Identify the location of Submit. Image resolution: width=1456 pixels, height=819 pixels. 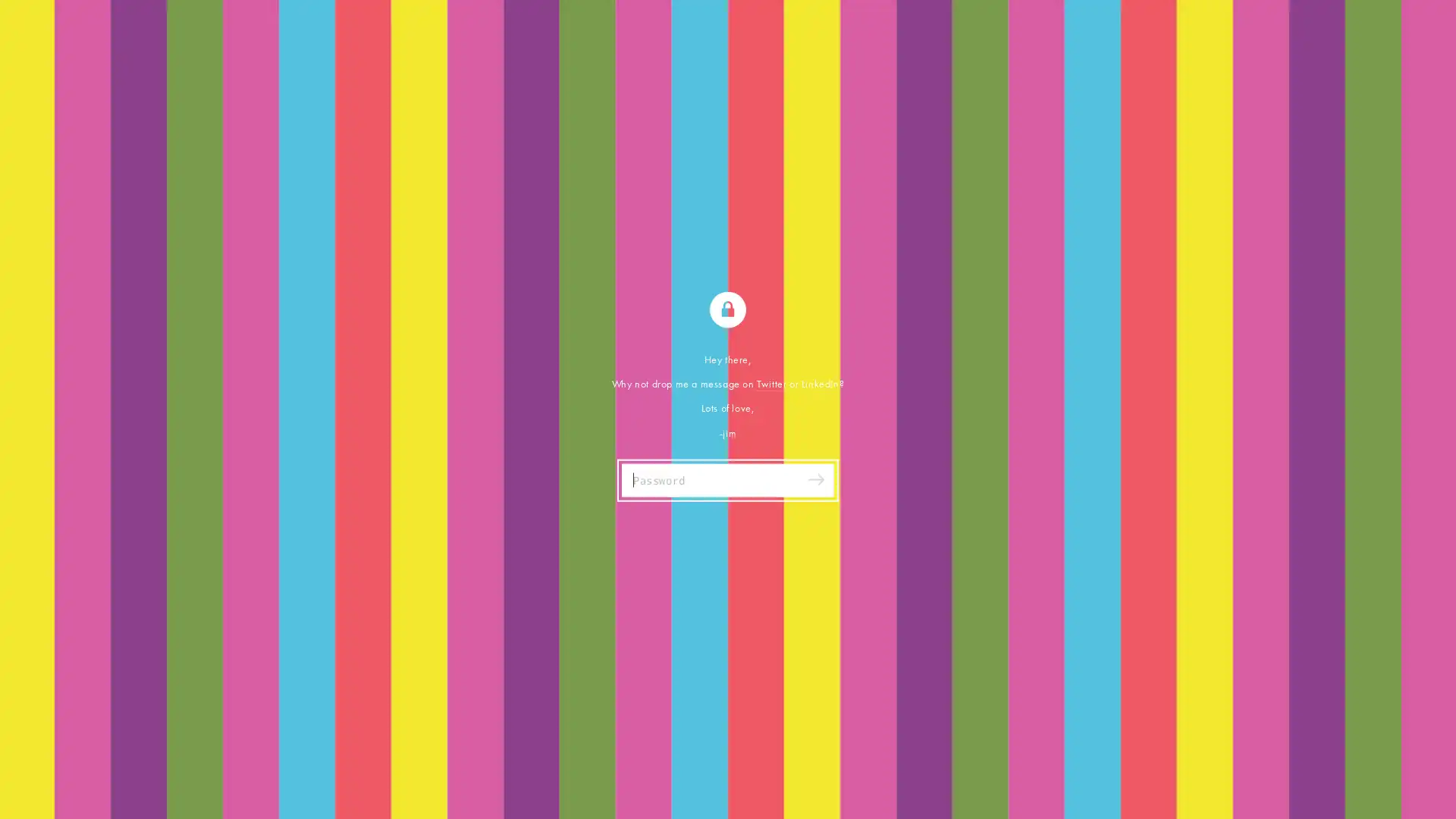
(814, 479).